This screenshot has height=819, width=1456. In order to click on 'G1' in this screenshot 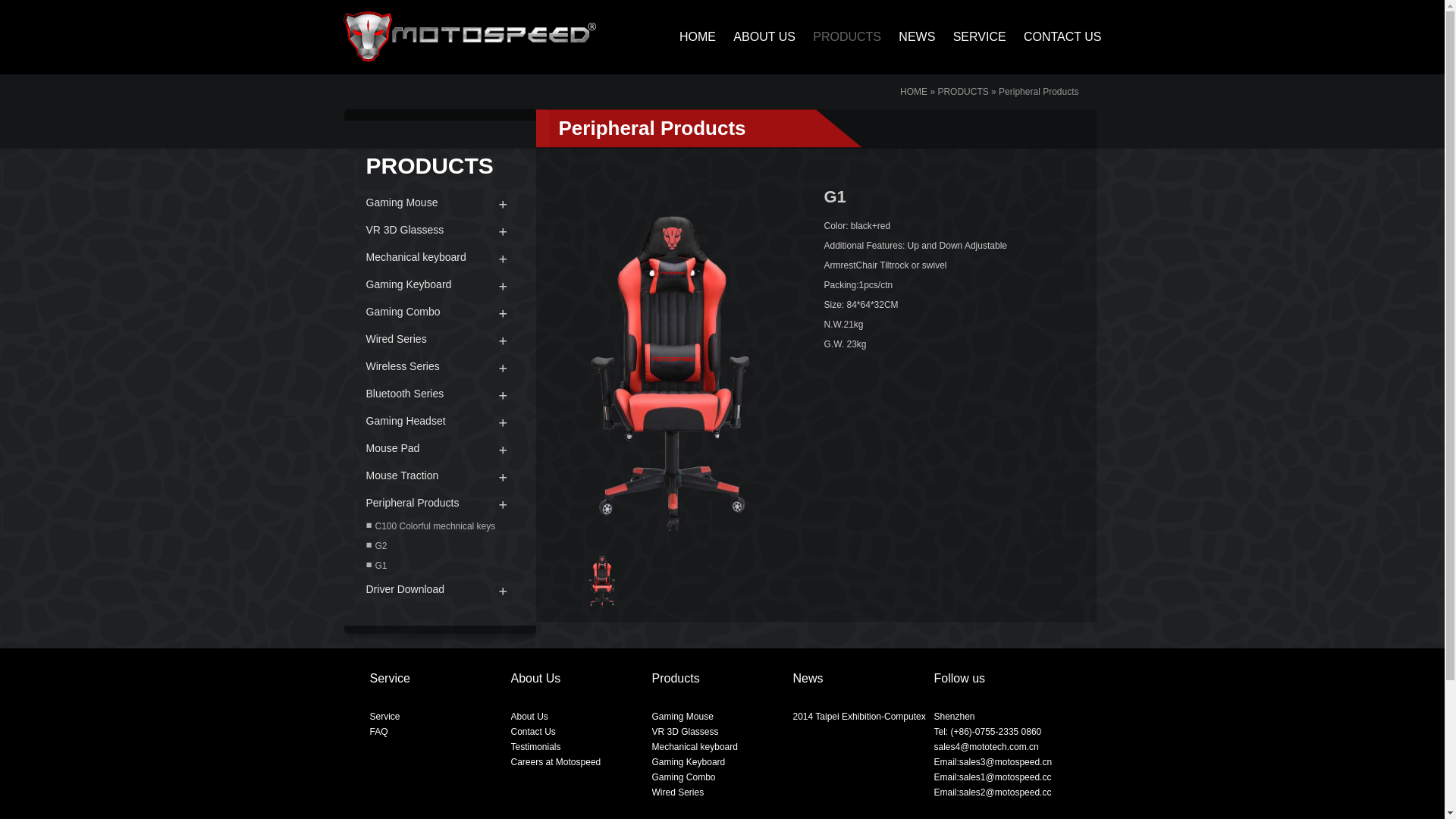, I will do `click(438, 565)`.